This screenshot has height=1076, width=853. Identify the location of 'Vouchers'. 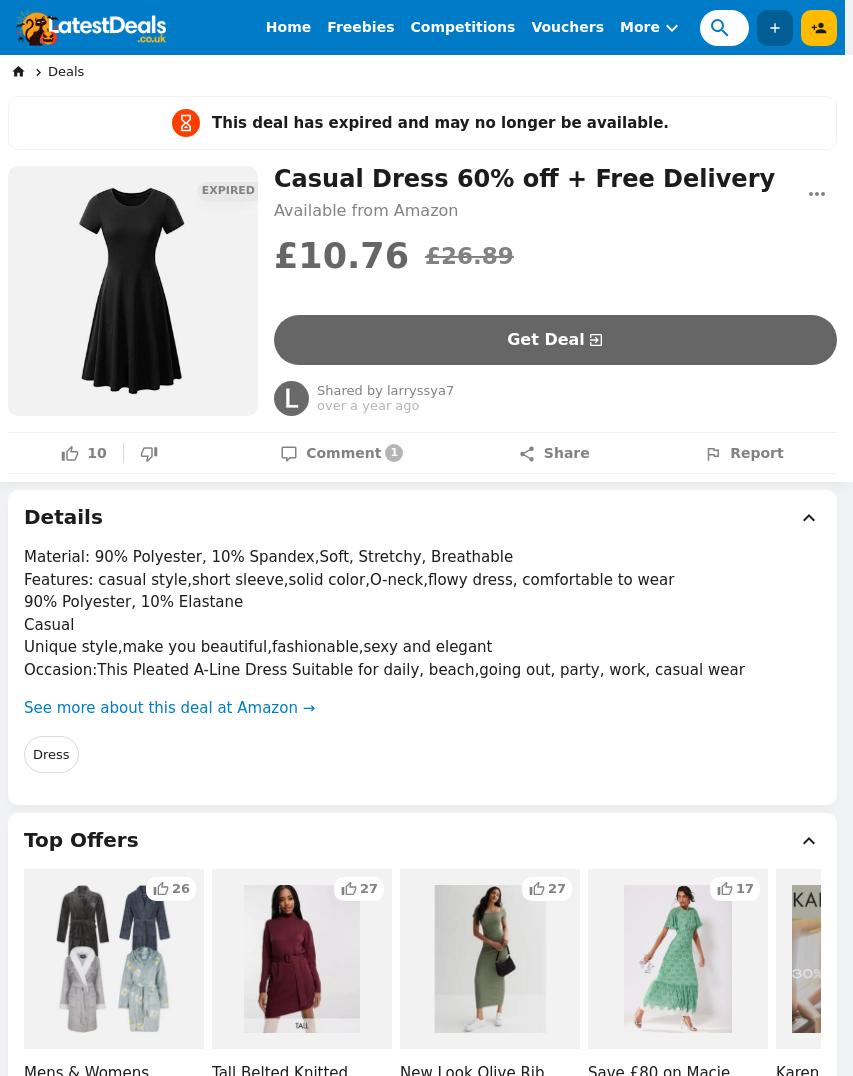
(567, 26).